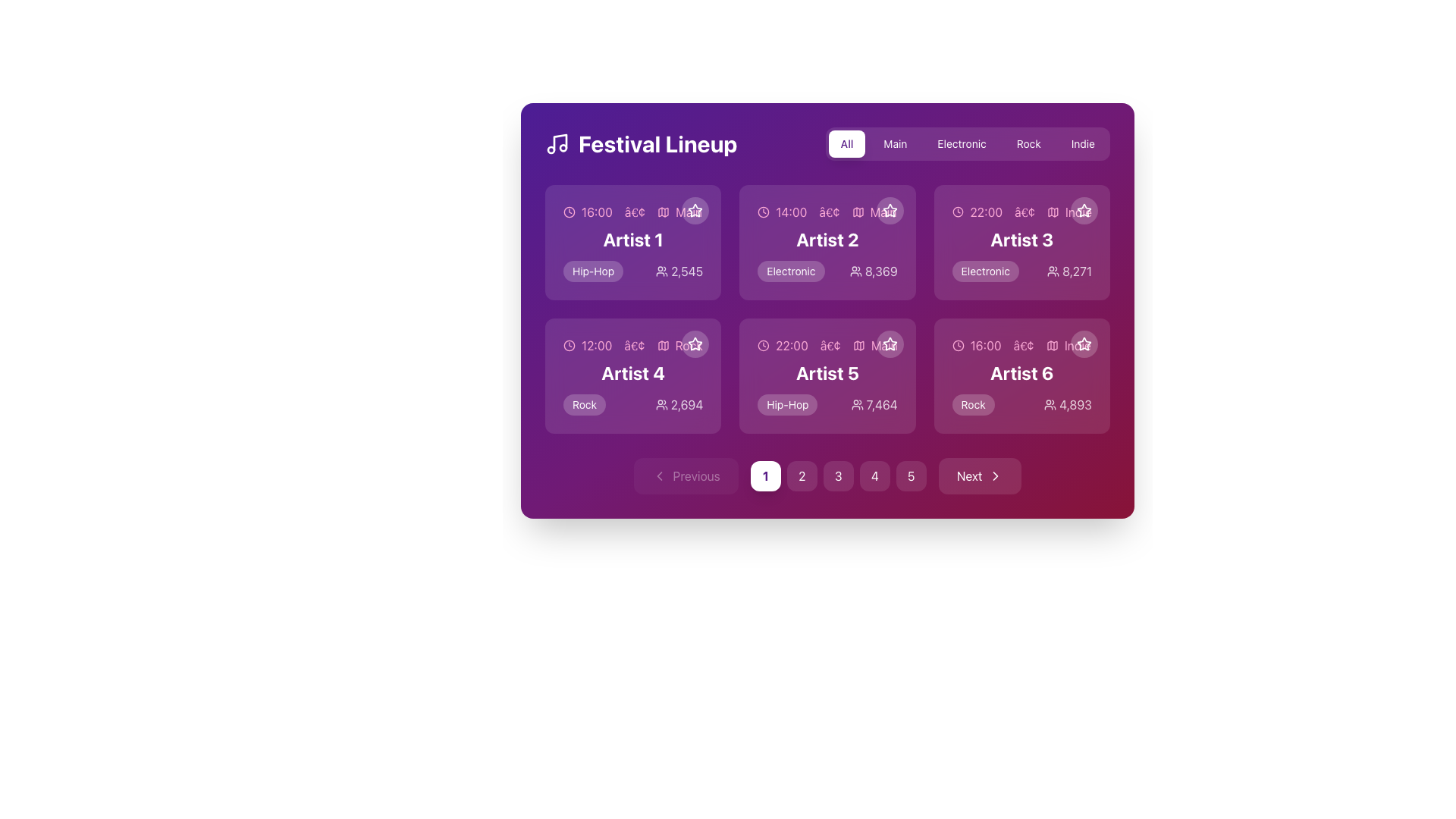 The height and width of the screenshot is (819, 1456). Describe the element at coordinates (791, 345) in the screenshot. I see `the text label displaying the time '22:00' in pink font color, located in the middle of the horizontal layout row for 'Artist 5' in the second row, first column of the grid` at that location.